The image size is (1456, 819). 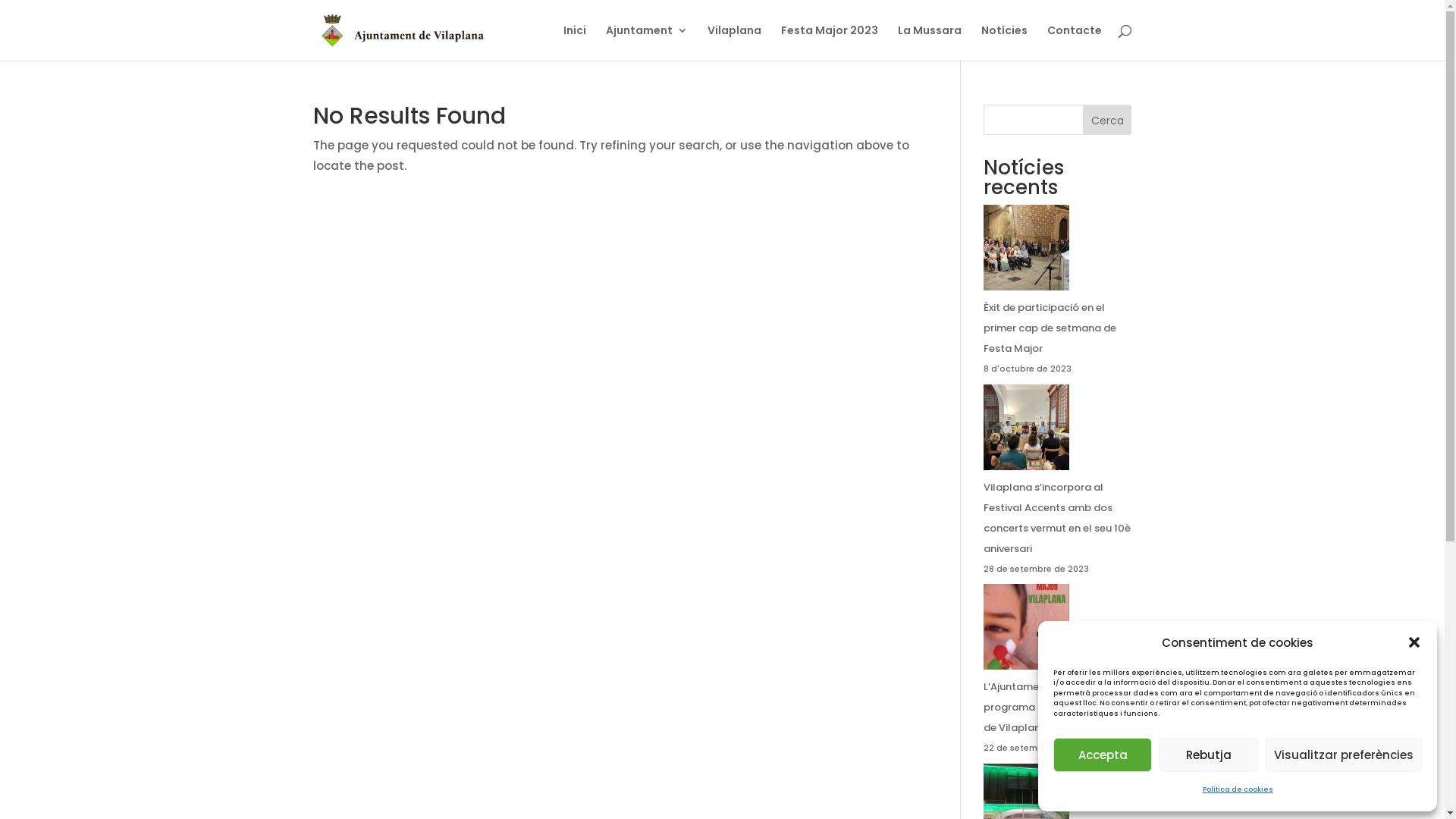 I want to click on 'Ajuntament', so click(x=645, y=42).